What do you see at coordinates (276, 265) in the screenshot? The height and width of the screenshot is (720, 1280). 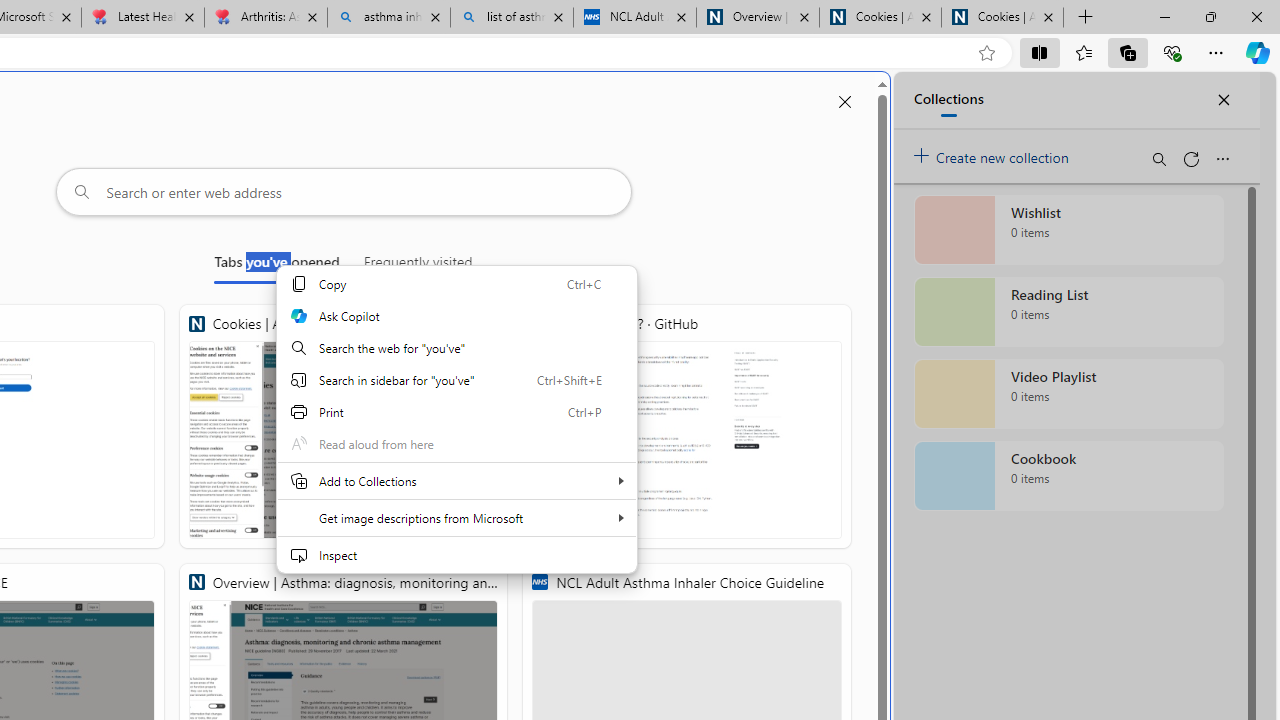 I see `'Tabs you'` at bounding box center [276, 265].